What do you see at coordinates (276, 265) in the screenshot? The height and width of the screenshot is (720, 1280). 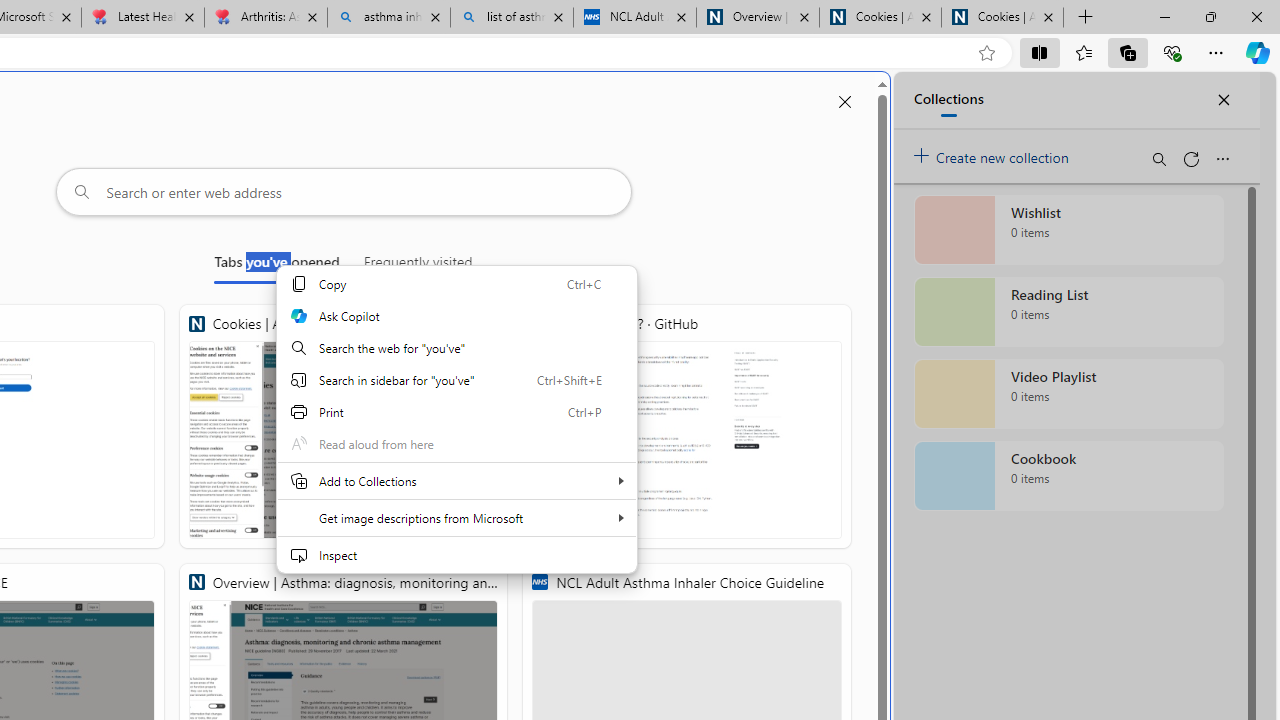 I see `'Tabs you'` at bounding box center [276, 265].